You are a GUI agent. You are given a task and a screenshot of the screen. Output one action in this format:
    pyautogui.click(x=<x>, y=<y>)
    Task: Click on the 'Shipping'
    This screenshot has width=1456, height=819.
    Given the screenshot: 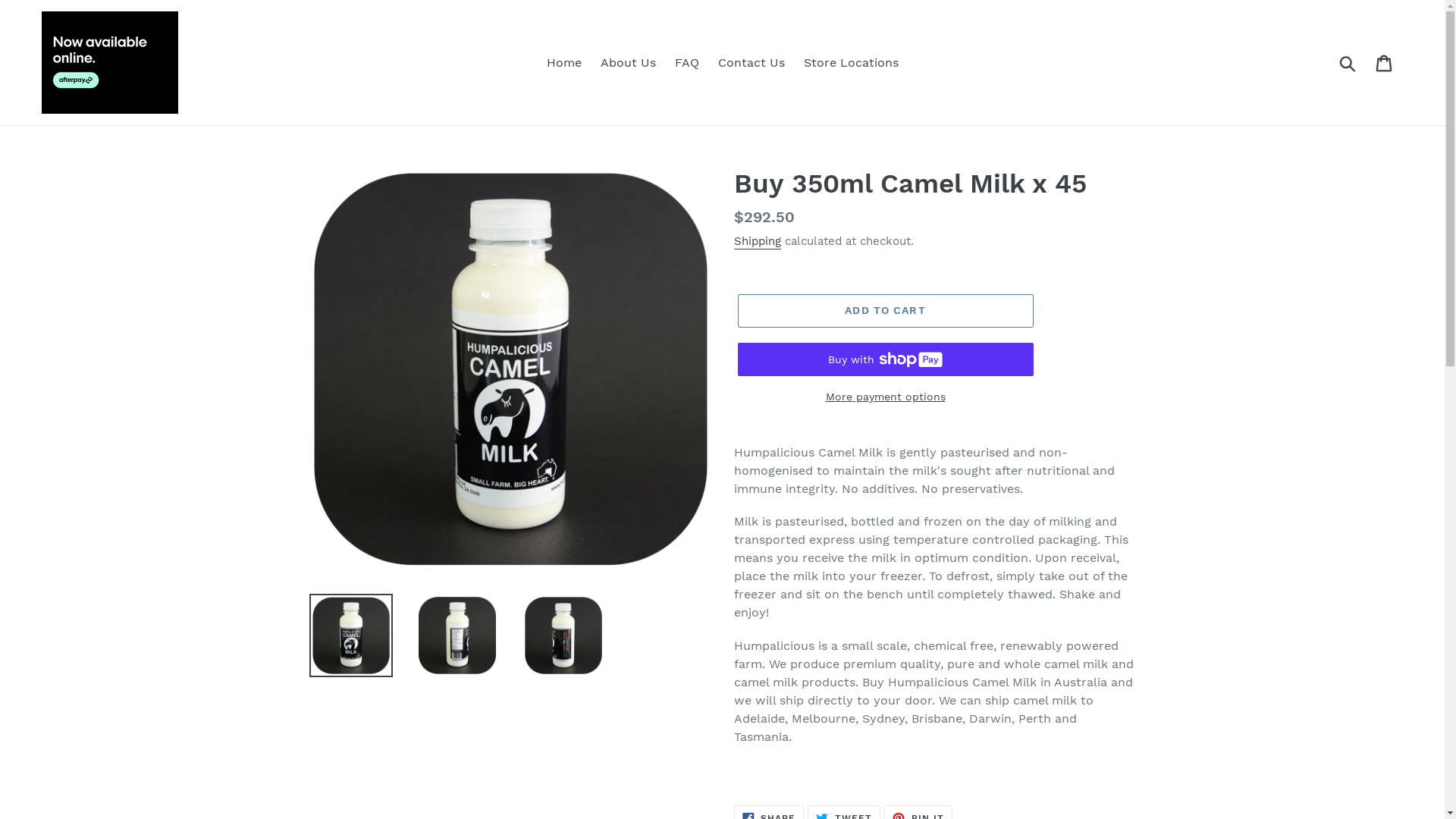 What is the action you would take?
    pyautogui.click(x=757, y=241)
    